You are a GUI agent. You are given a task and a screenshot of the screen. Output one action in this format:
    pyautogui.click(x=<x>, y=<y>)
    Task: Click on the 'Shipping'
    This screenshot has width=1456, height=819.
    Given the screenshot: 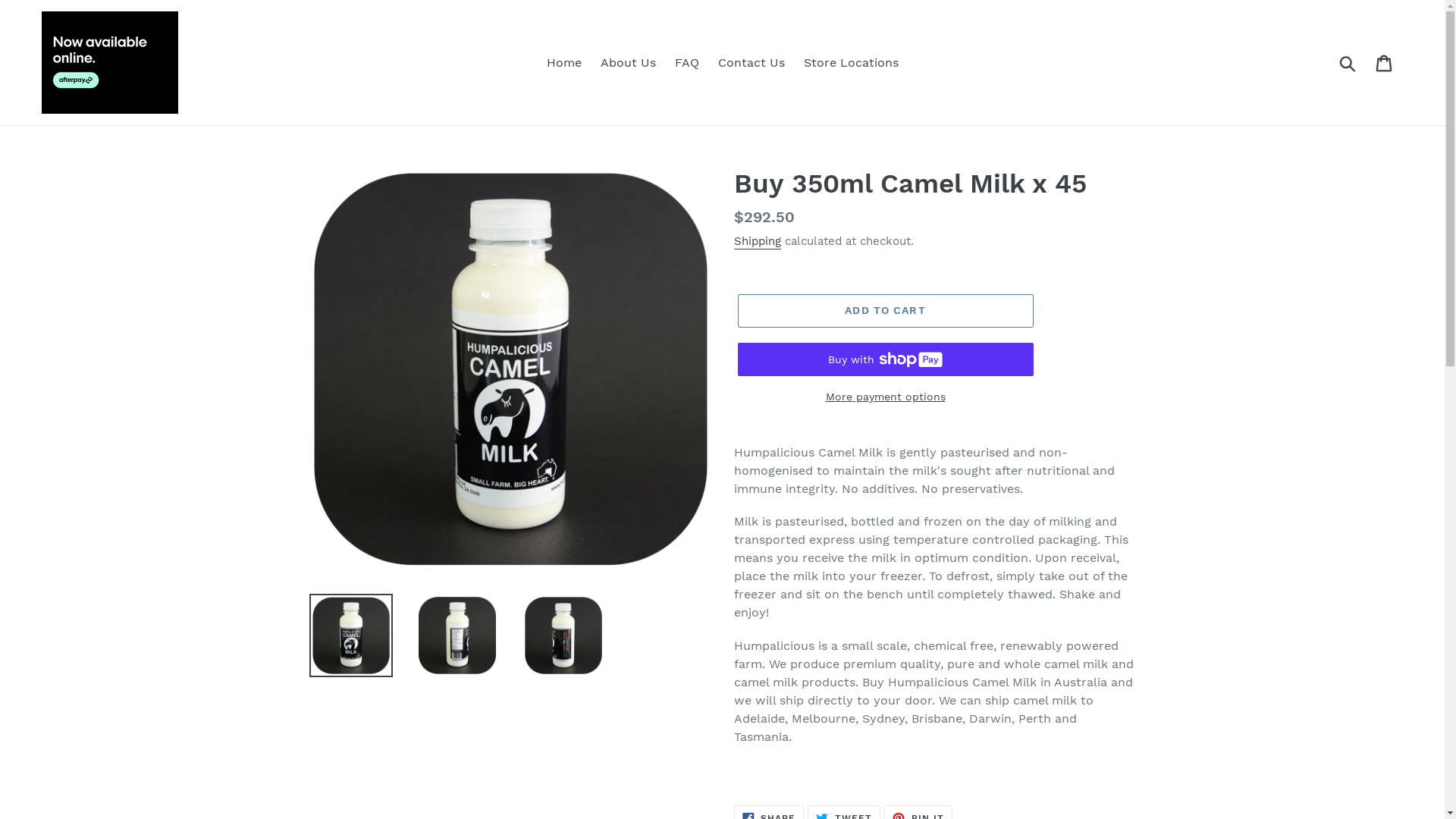 What is the action you would take?
    pyautogui.click(x=757, y=241)
    